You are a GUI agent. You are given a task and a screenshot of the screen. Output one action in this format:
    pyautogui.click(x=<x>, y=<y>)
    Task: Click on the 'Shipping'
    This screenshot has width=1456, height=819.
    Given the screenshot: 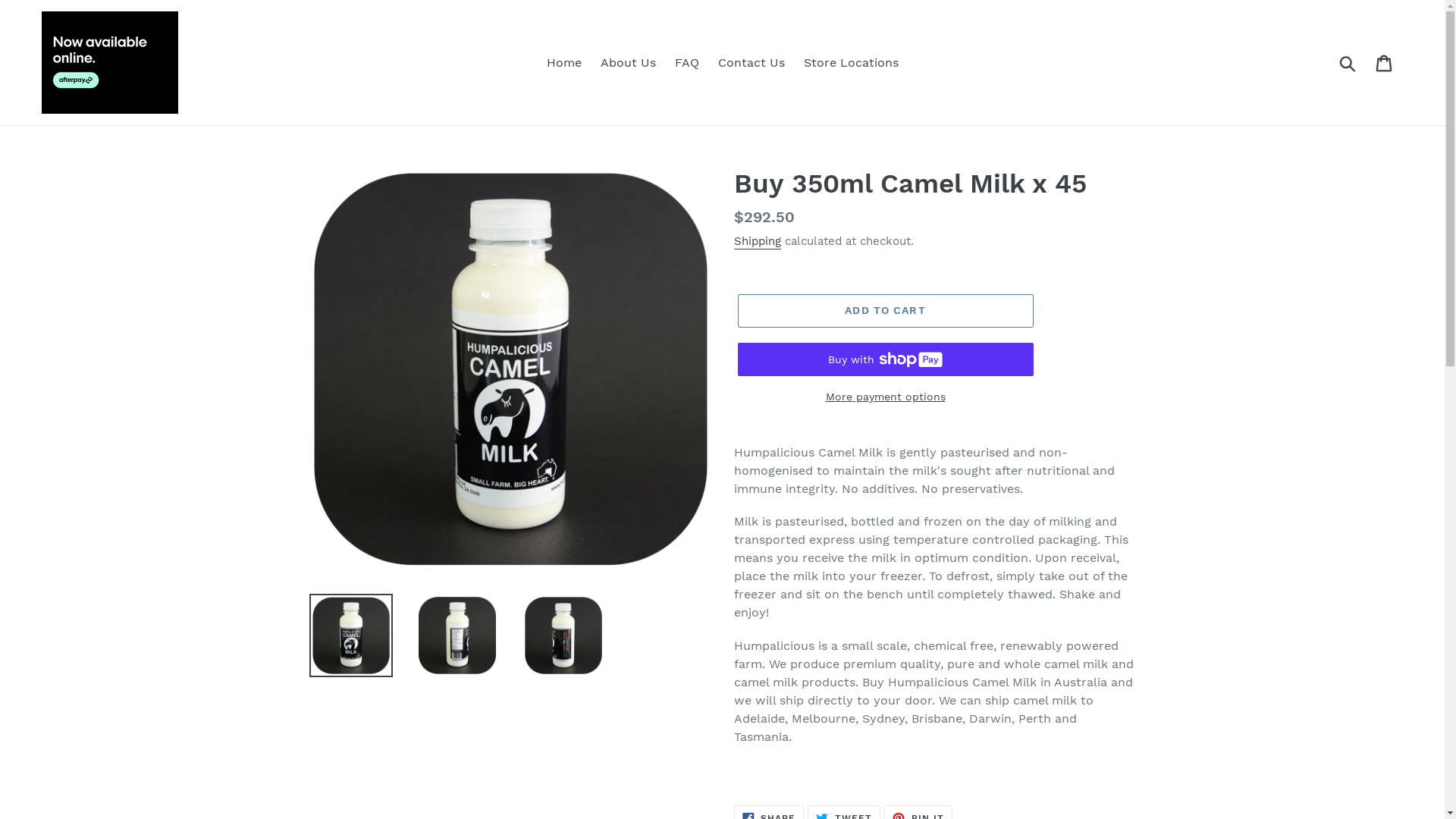 What is the action you would take?
    pyautogui.click(x=757, y=241)
    